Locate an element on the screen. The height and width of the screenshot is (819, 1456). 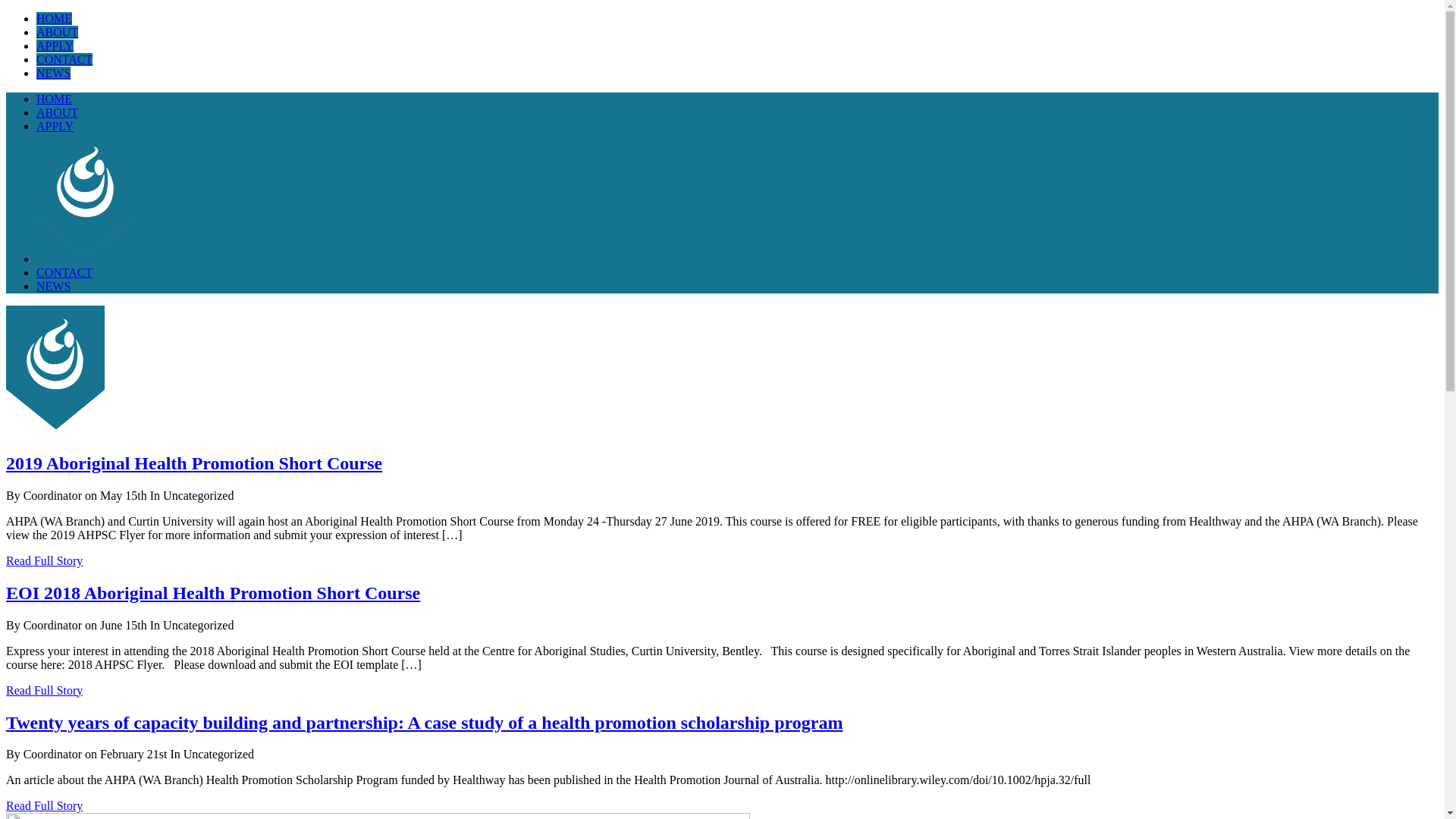
'NEWS' is located at coordinates (53, 73).